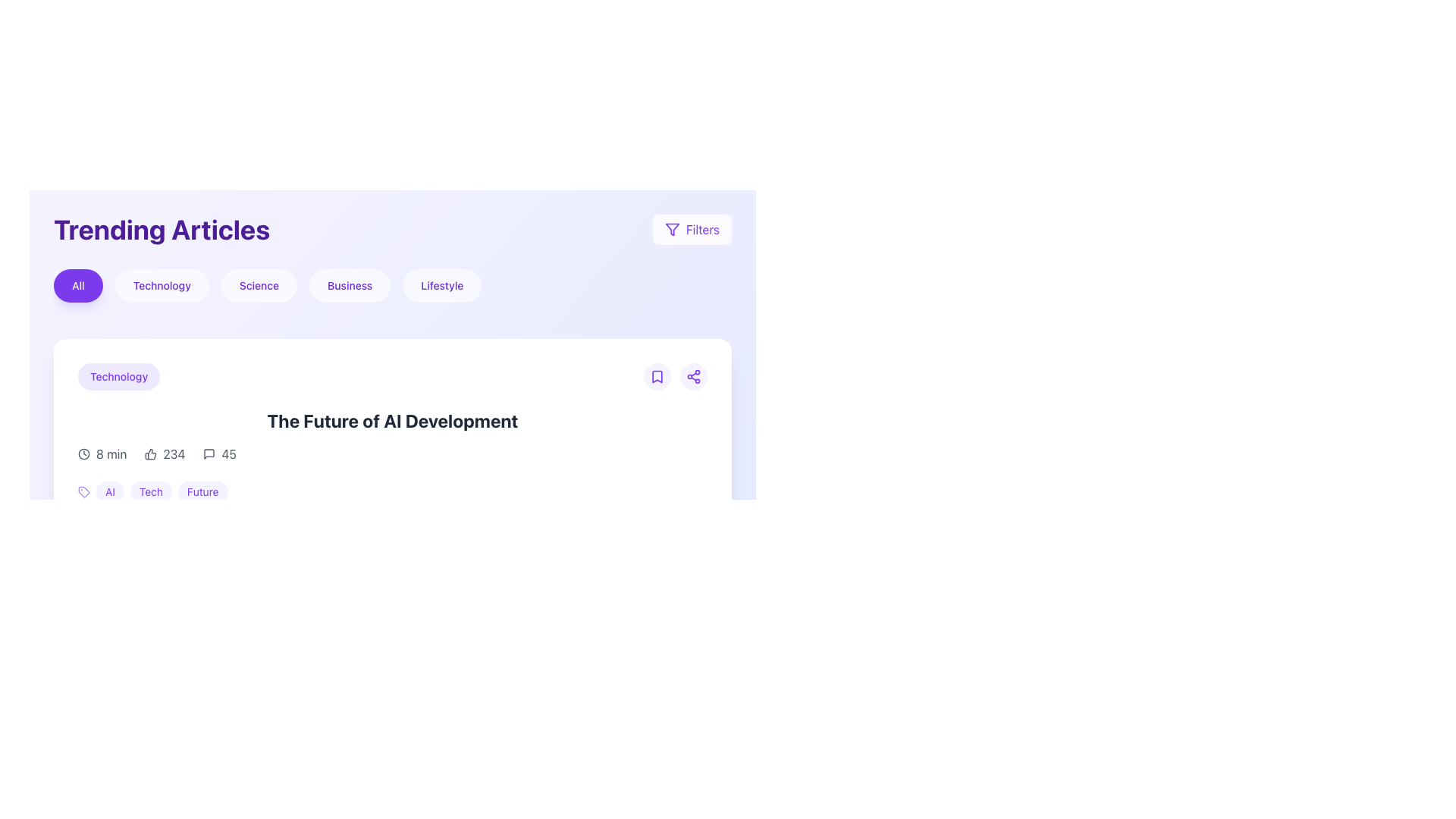  What do you see at coordinates (162, 230) in the screenshot?
I see `the 'Trending Articles' text label, which is styled in bold and large dark violet font at the top-left of the interface` at bounding box center [162, 230].